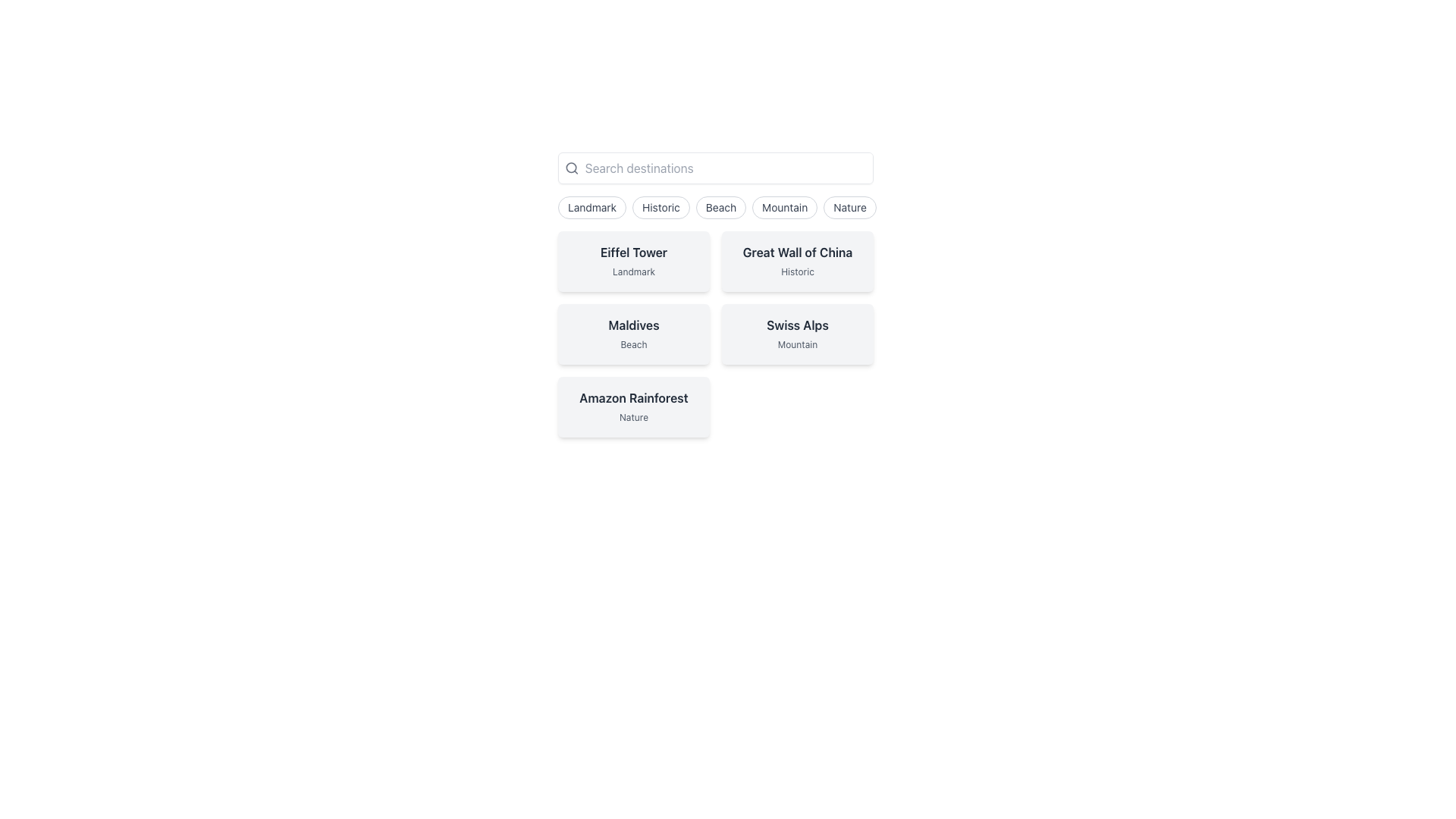 The image size is (1456, 819). I want to click on the text label reading 'Maldives', which is styled in a medium-sized bold font and aligned within a light gray rectangular card, so click(633, 324).